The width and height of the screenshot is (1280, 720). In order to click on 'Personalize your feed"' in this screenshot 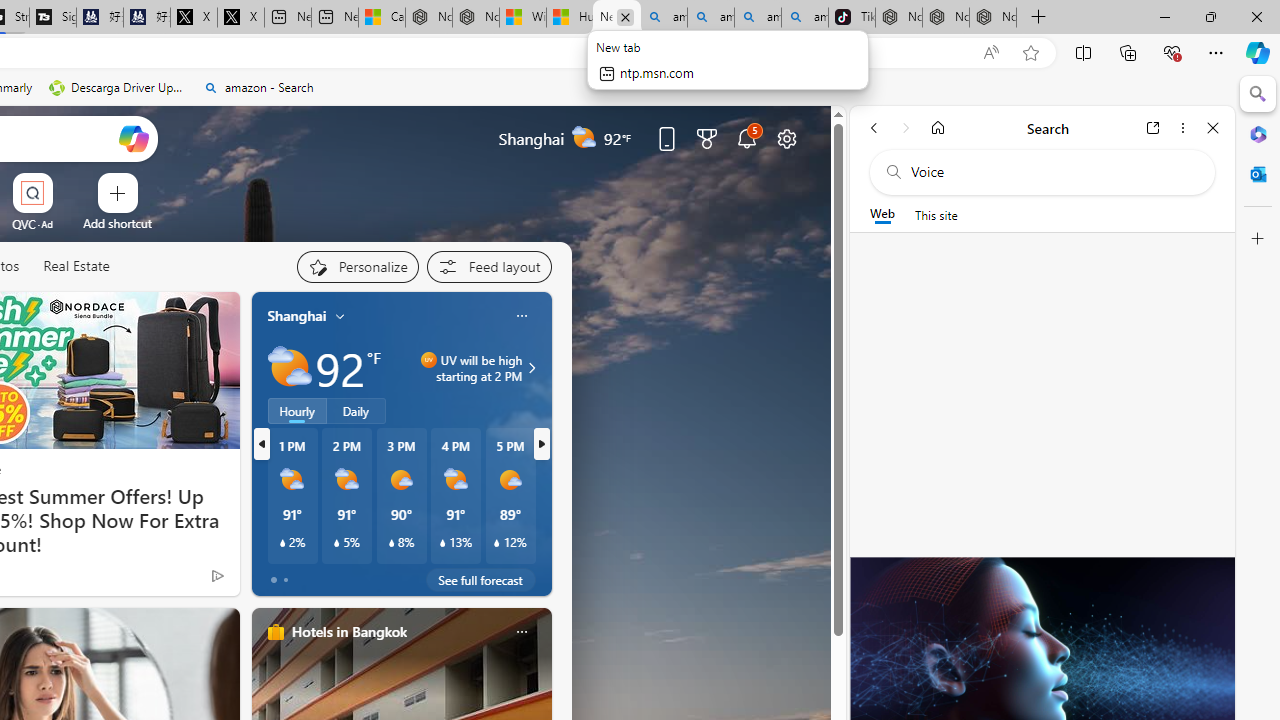, I will do `click(357, 266)`.